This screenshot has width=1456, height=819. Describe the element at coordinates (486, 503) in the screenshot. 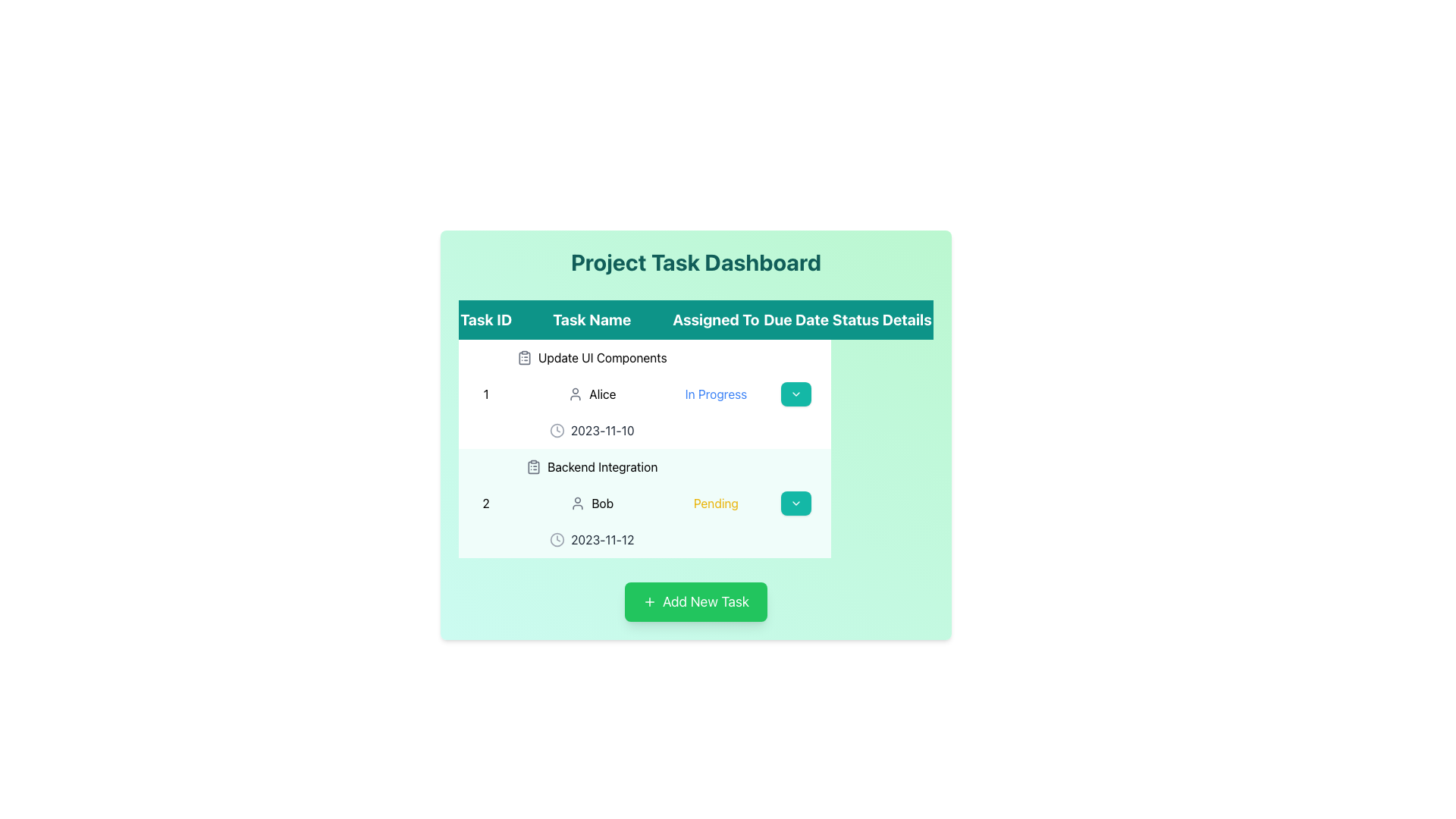

I see `the plain text '2' located in the second row under the 'Task ID' column of the task table` at that location.